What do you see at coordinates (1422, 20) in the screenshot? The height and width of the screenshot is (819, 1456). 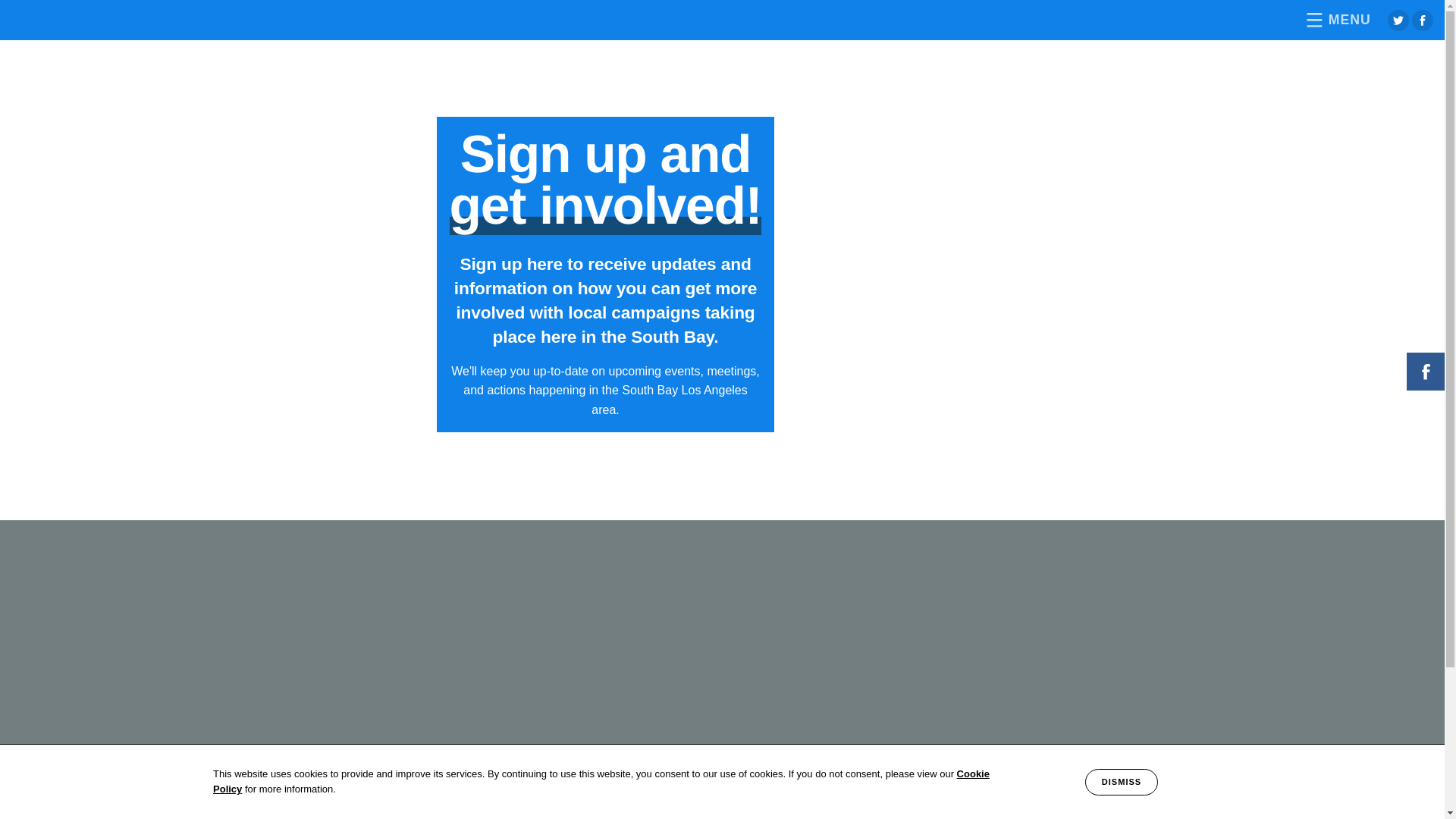 I see `'Facebook'` at bounding box center [1422, 20].